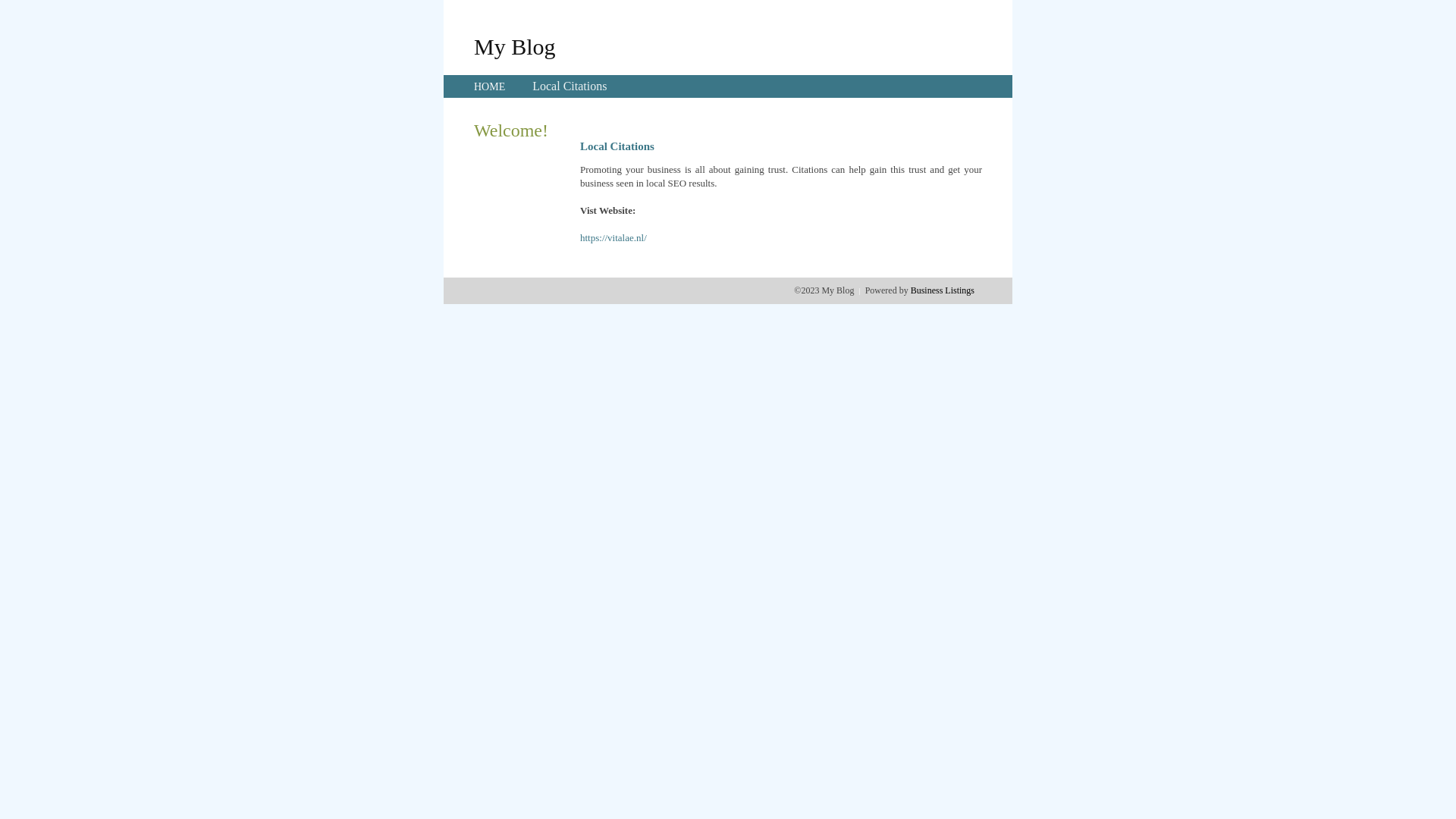 The image size is (1456, 819). What do you see at coordinates (579, 237) in the screenshot?
I see `'https://vitalae.nl/'` at bounding box center [579, 237].